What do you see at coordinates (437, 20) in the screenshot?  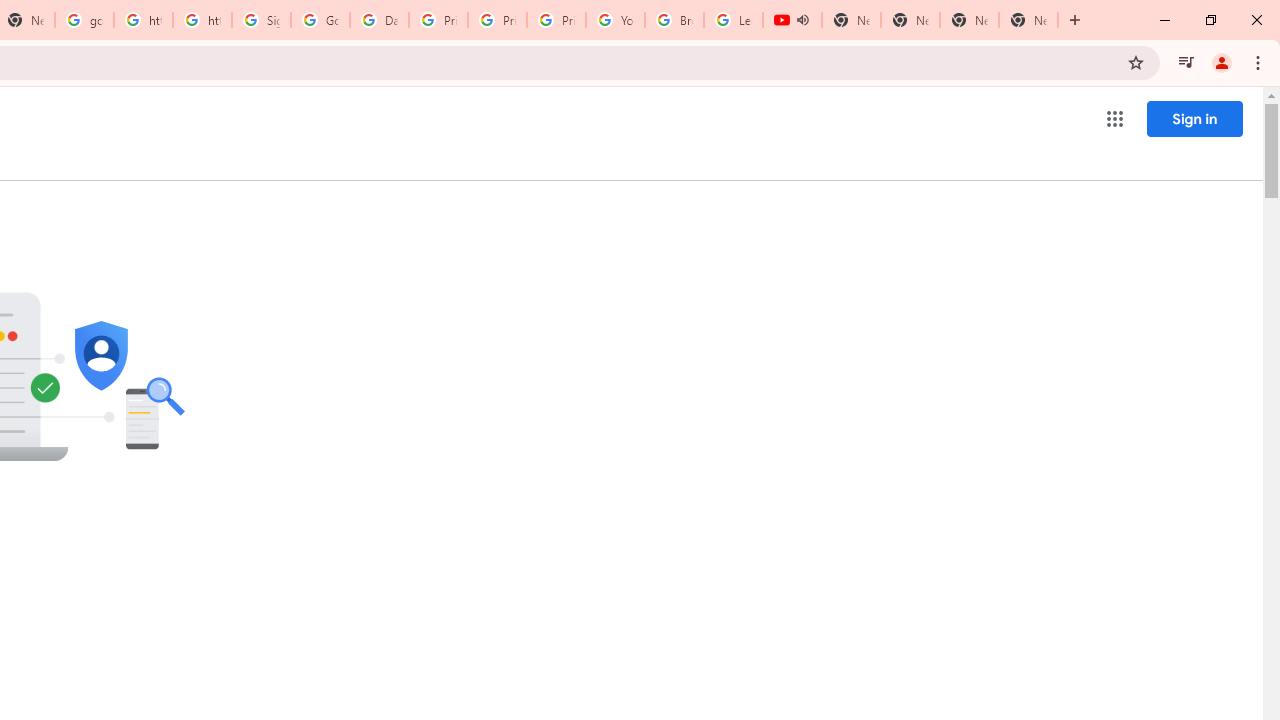 I see `'Privacy Help Center - Policies Help'` at bounding box center [437, 20].